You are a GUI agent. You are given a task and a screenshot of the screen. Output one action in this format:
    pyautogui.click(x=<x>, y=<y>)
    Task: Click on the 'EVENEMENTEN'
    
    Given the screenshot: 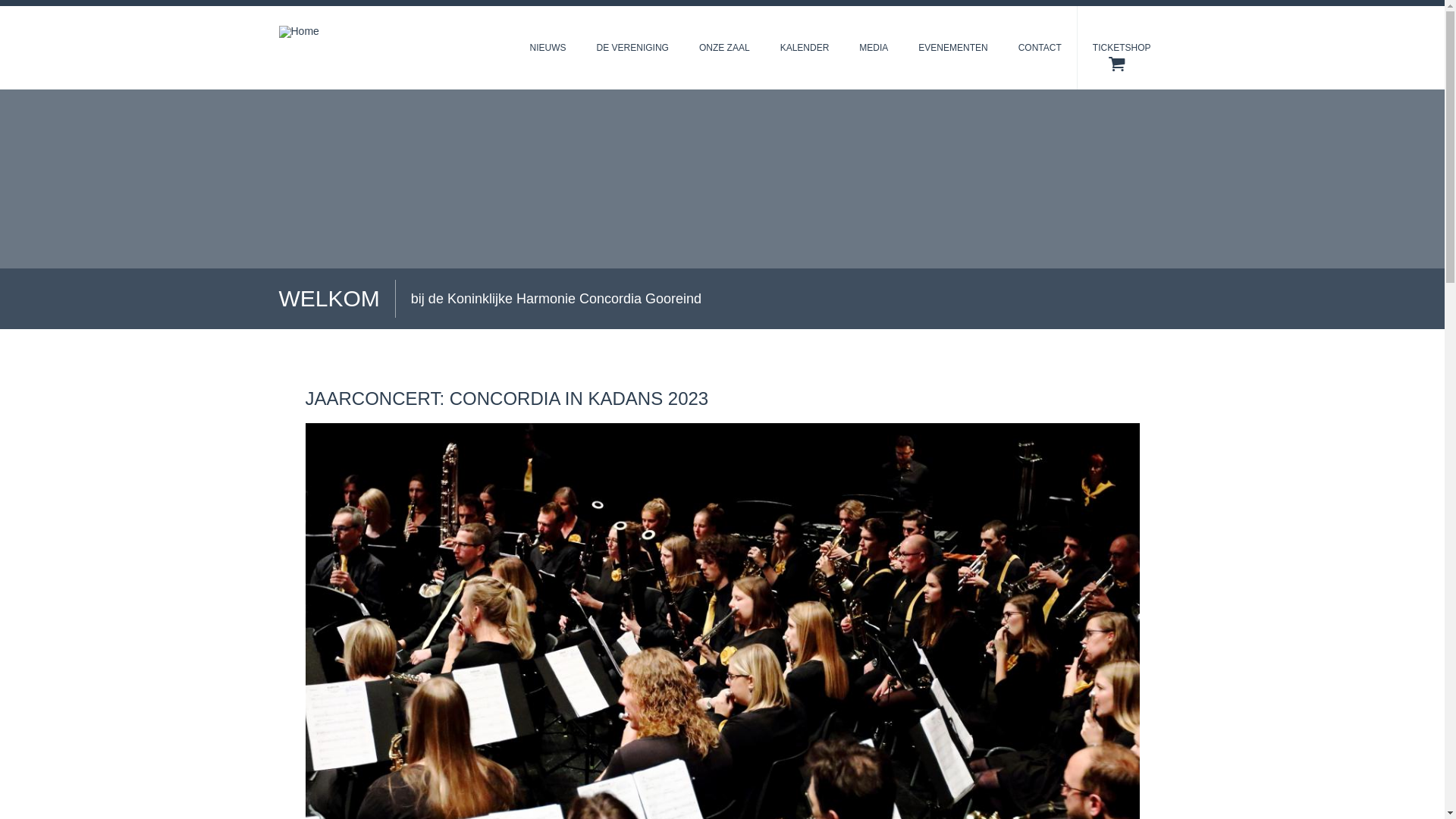 What is the action you would take?
    pyautogui.click(x=952, y=46)
    